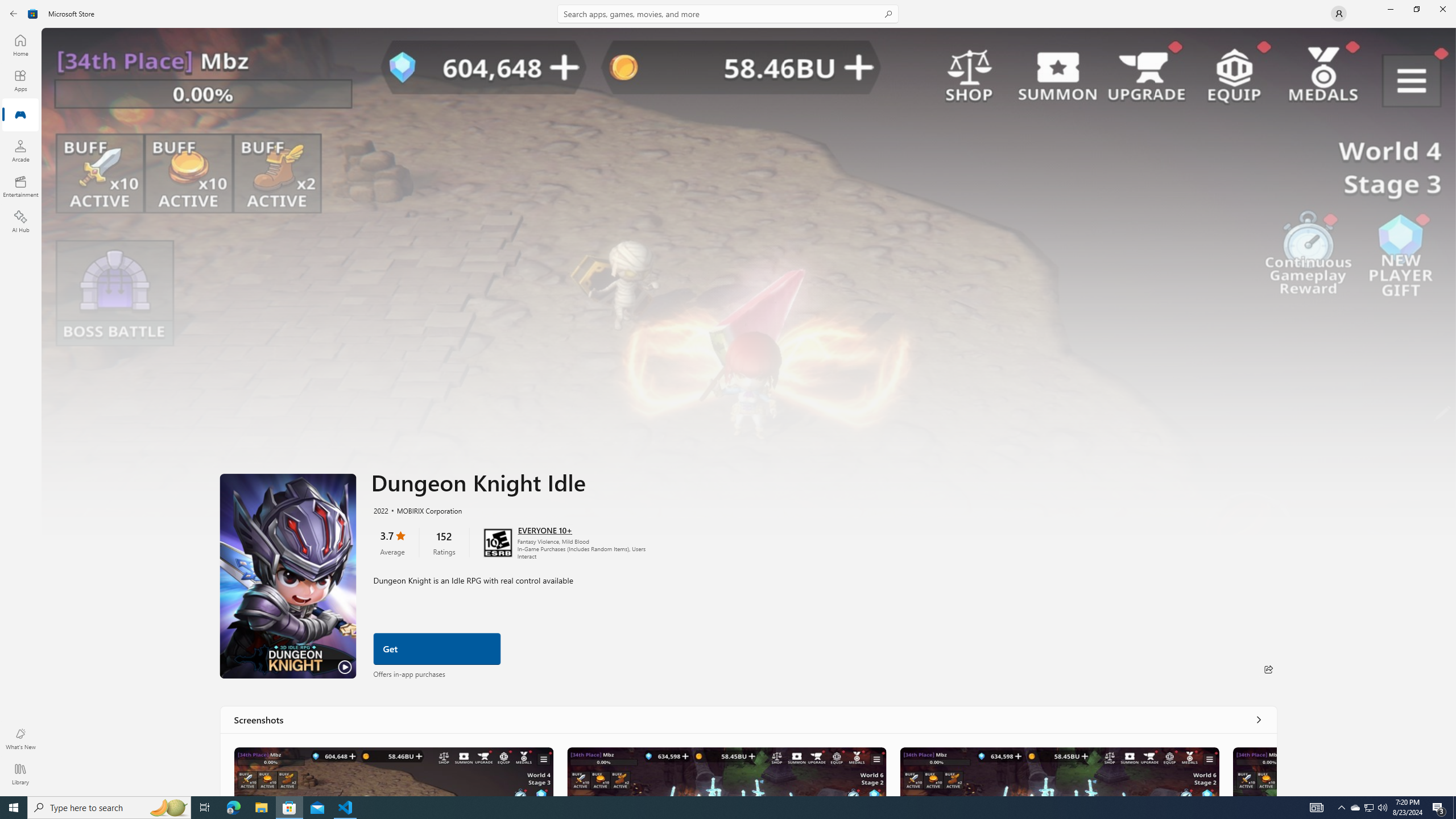 This screenshot has width=1456, height=819. I want to click on 'See all', so click(1259, 719).